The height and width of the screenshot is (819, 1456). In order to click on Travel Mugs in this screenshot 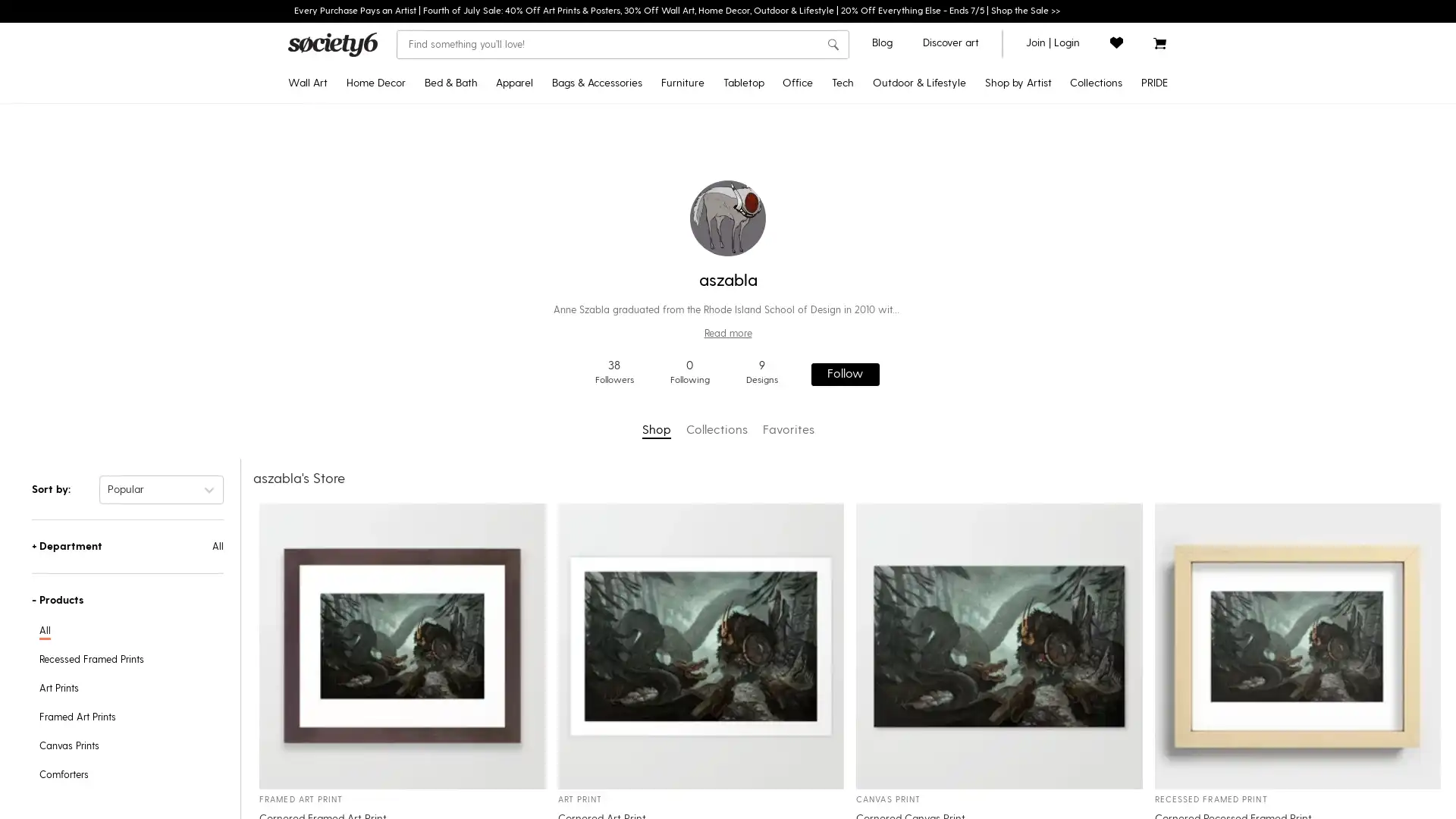, I will do `click(939, 219)`.